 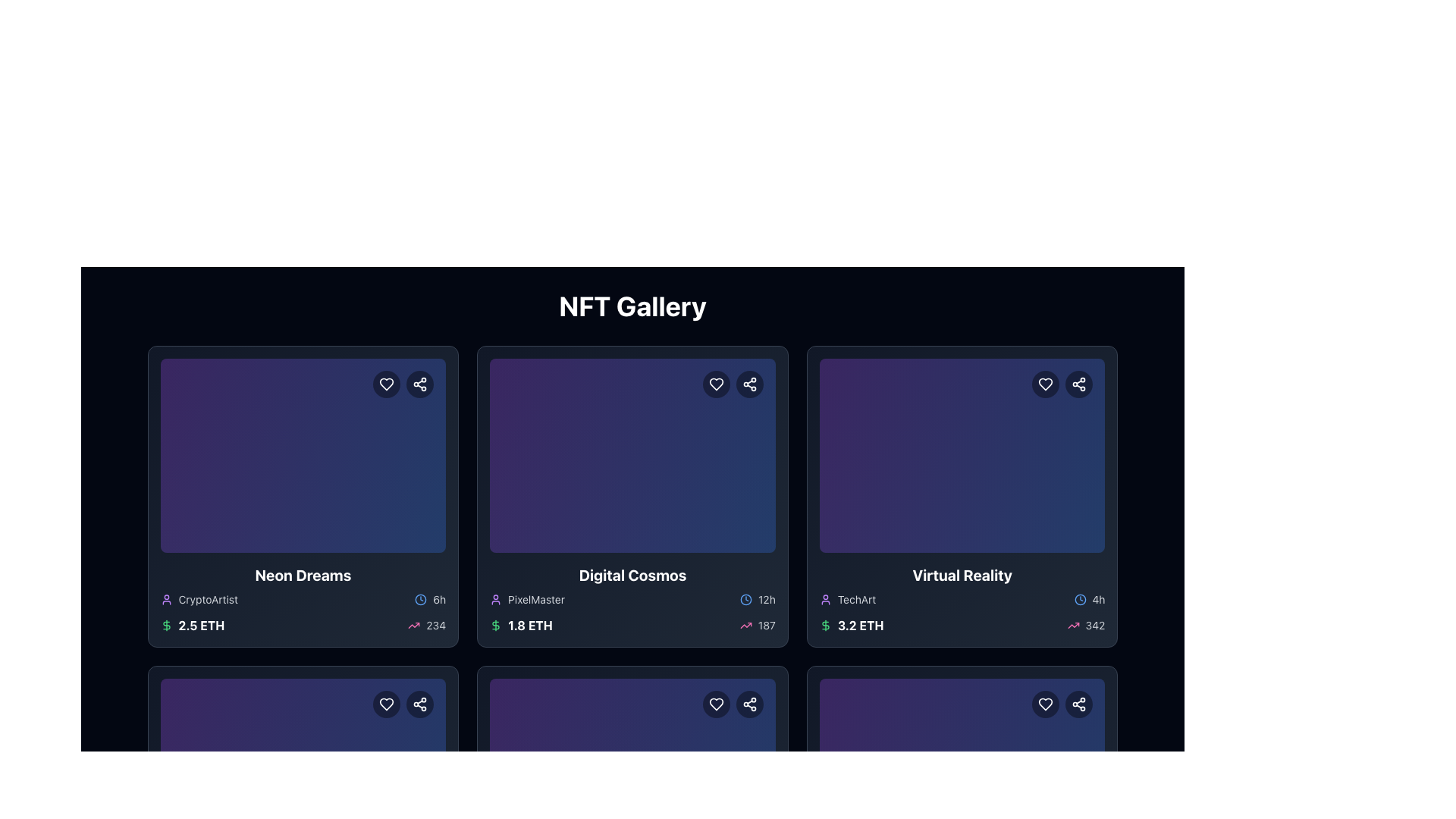 I want to click on displayed information from the monetary value text '2.5 ETH' located in the leftmost card of the NFT Gallery layout at the bottom-left corner, so click(x=192, y=626).